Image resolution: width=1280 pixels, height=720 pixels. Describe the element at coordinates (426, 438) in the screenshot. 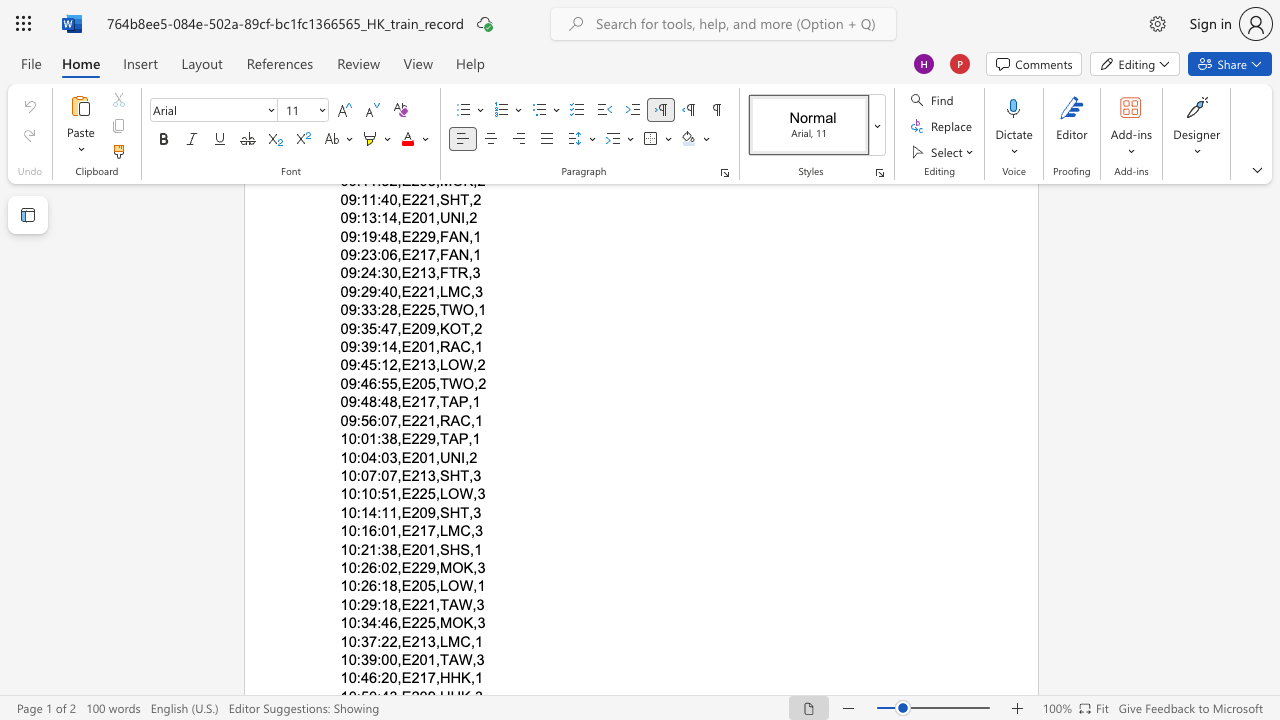

I see `the subset text "9," within the text "10:01:38,E229,TAP,1"` at that location.